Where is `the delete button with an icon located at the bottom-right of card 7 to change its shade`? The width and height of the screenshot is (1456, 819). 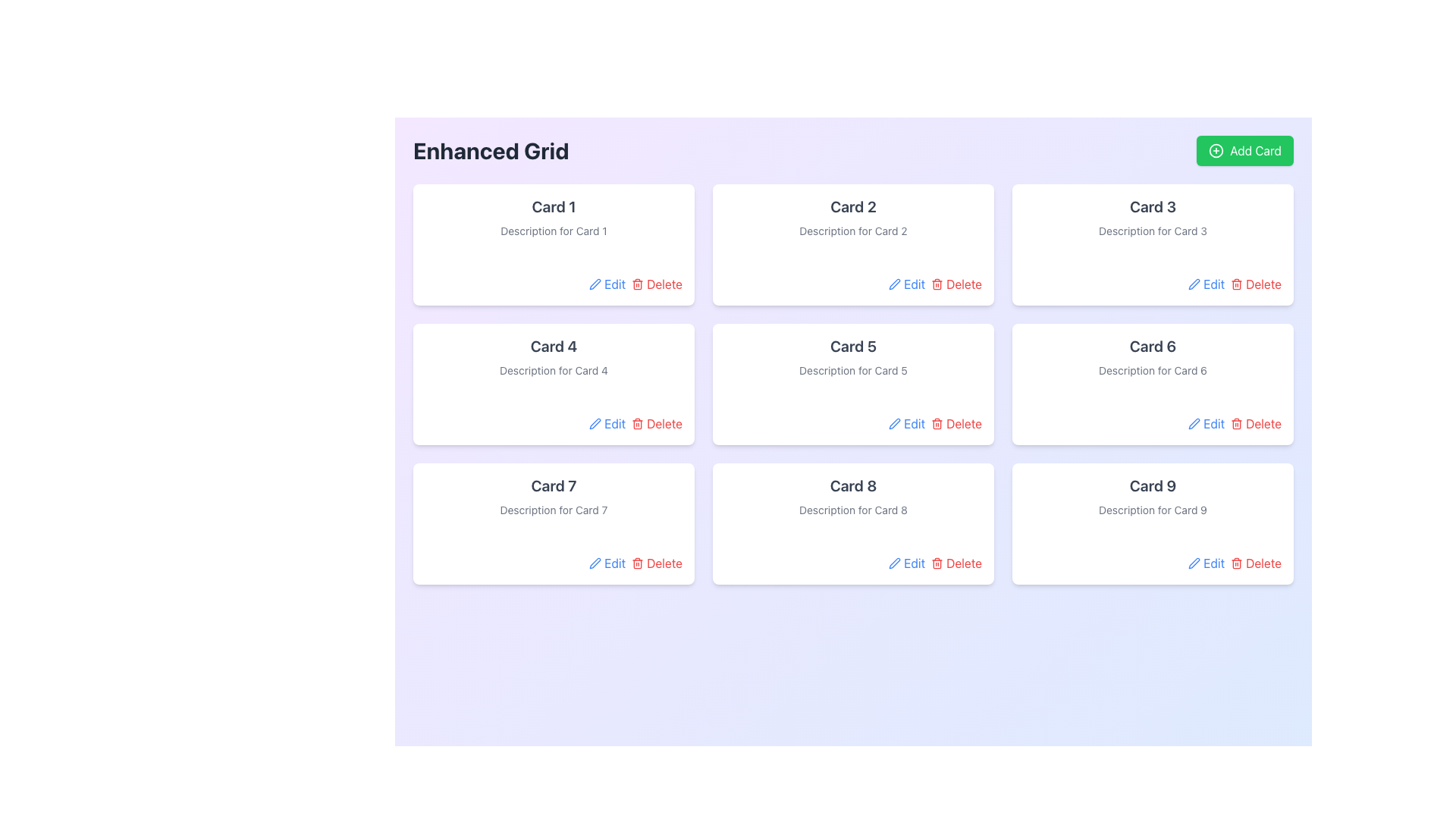 the delete button with an icon located at the bottom-right of card 7 to change its shade is located at coordinates (657, 563).